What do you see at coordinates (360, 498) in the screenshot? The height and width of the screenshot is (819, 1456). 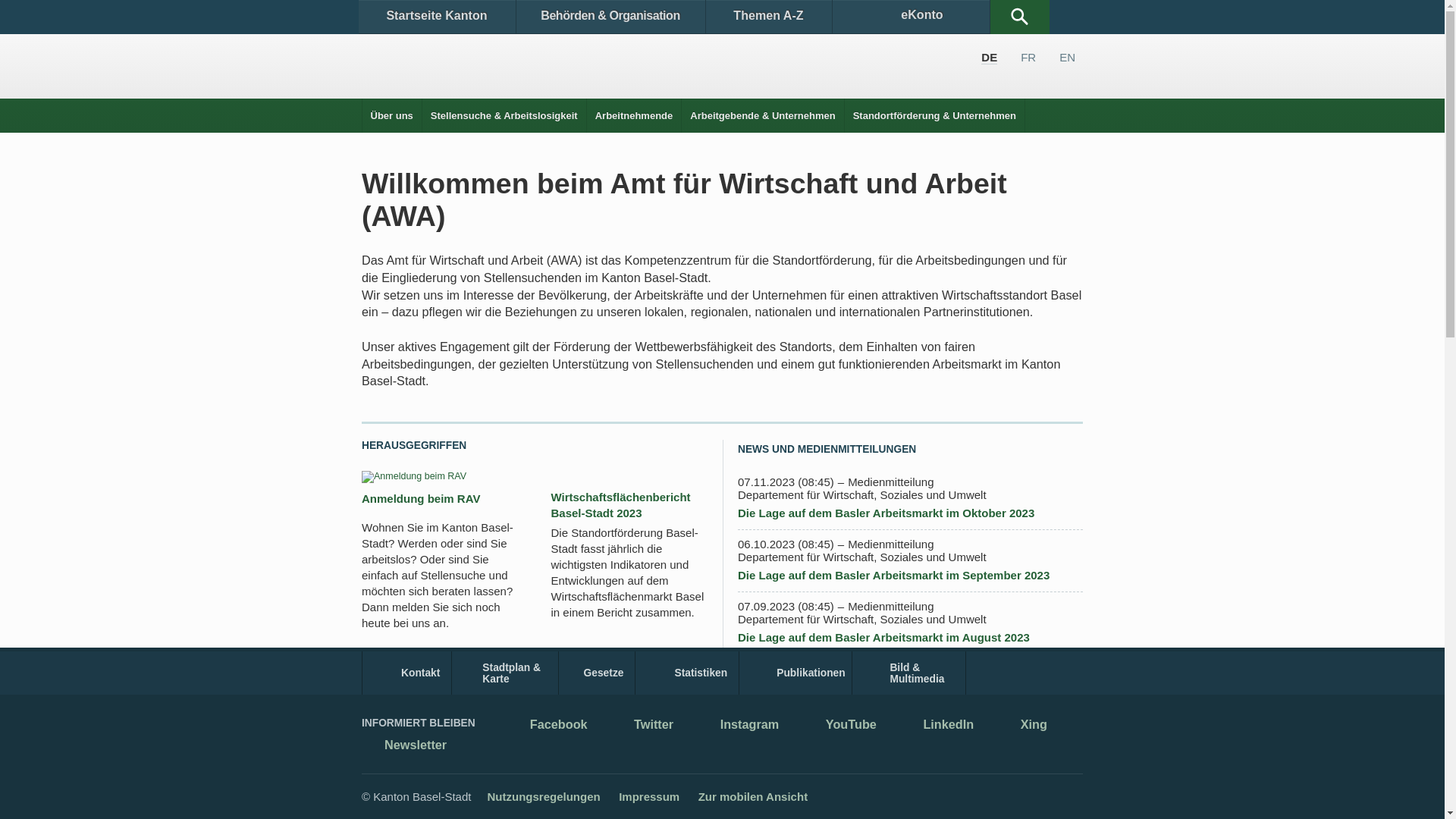 I see `'Anmeldung beim RAV'` at bounding box center [360, 498].